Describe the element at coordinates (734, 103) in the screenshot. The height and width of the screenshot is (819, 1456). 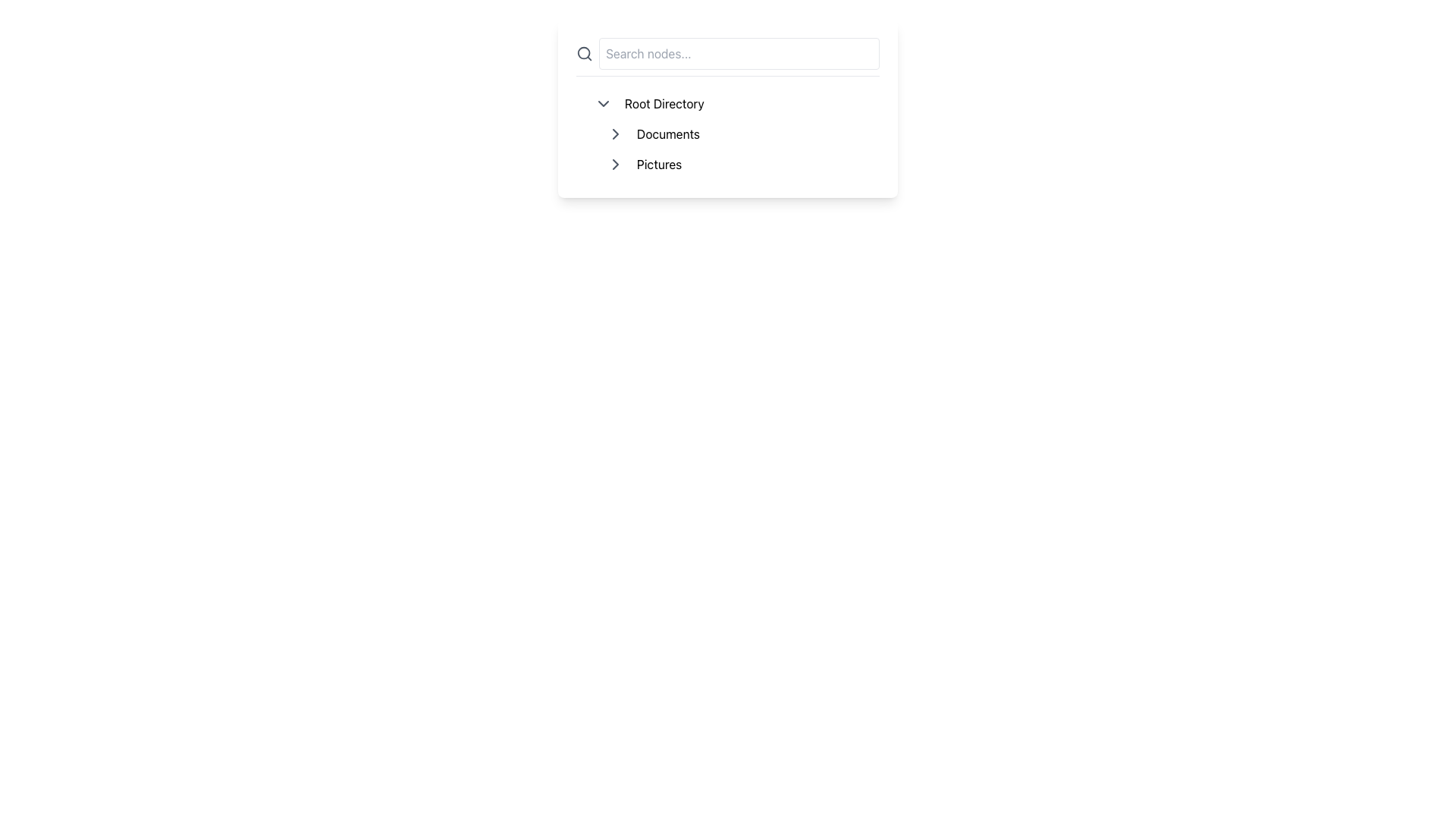
I see `the 'Root Directory' collapsible menu entry to trigger a visual highlight effect` at that location.